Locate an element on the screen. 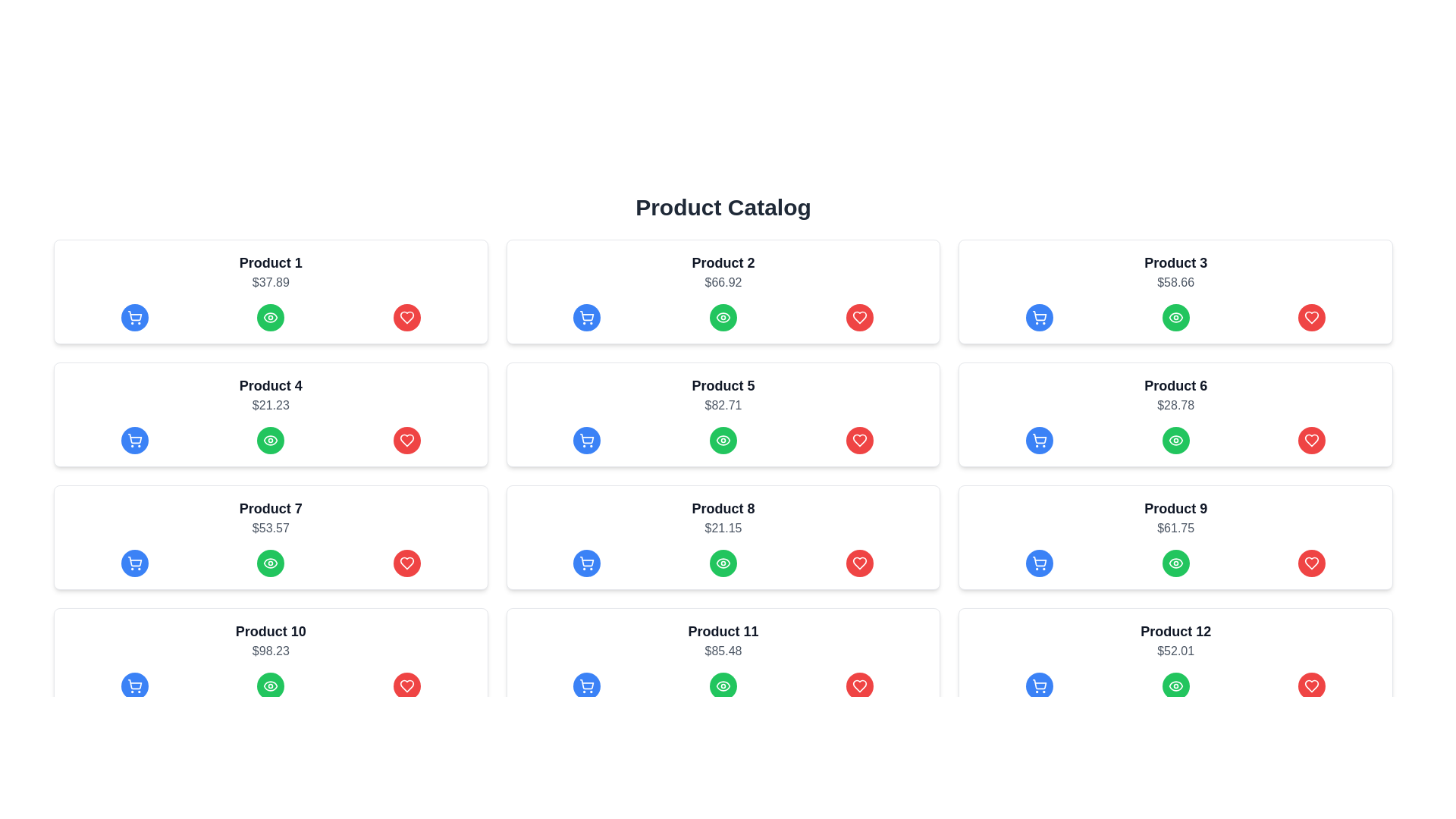 The image size is (1456, 819). the product card labeled 'Product 5', which features a highlighted price of '$82.71' and three buttons at the bottom is located at coordinates (723, 415).